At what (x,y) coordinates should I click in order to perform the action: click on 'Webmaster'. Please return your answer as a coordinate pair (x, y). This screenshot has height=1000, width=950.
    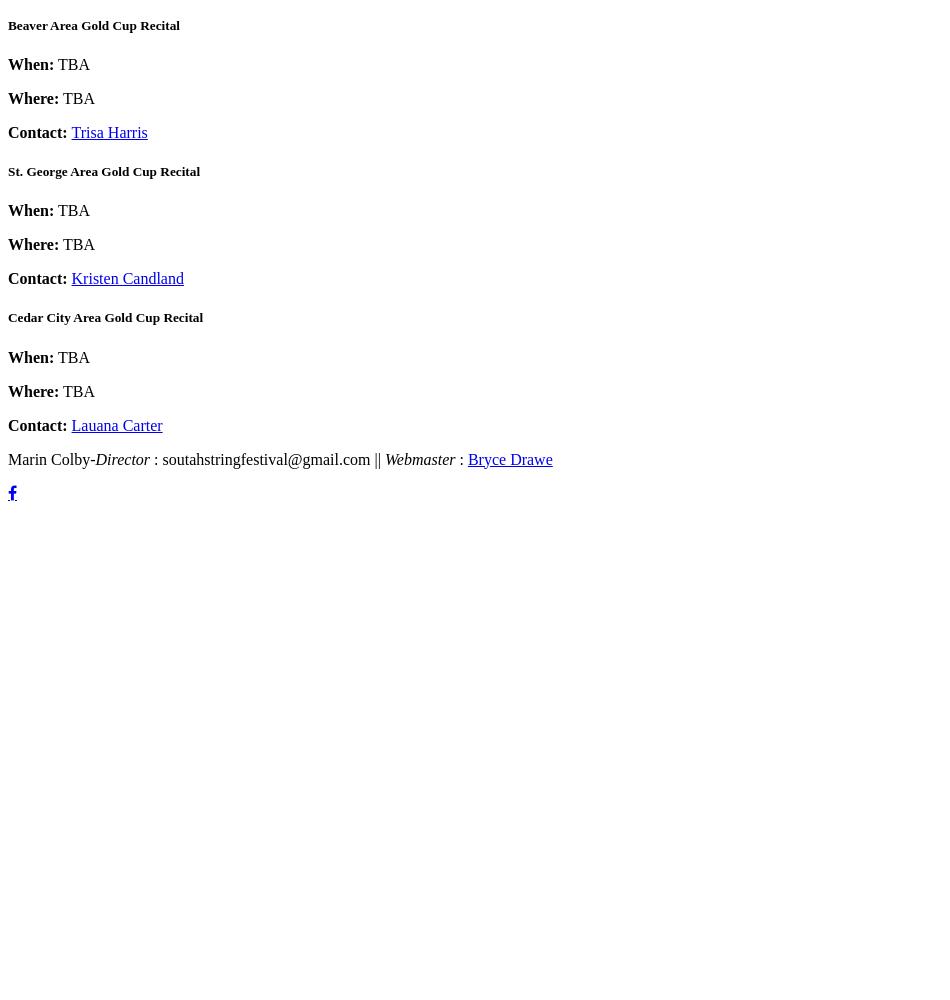
    Looking at the image, I should click on (420, 457).